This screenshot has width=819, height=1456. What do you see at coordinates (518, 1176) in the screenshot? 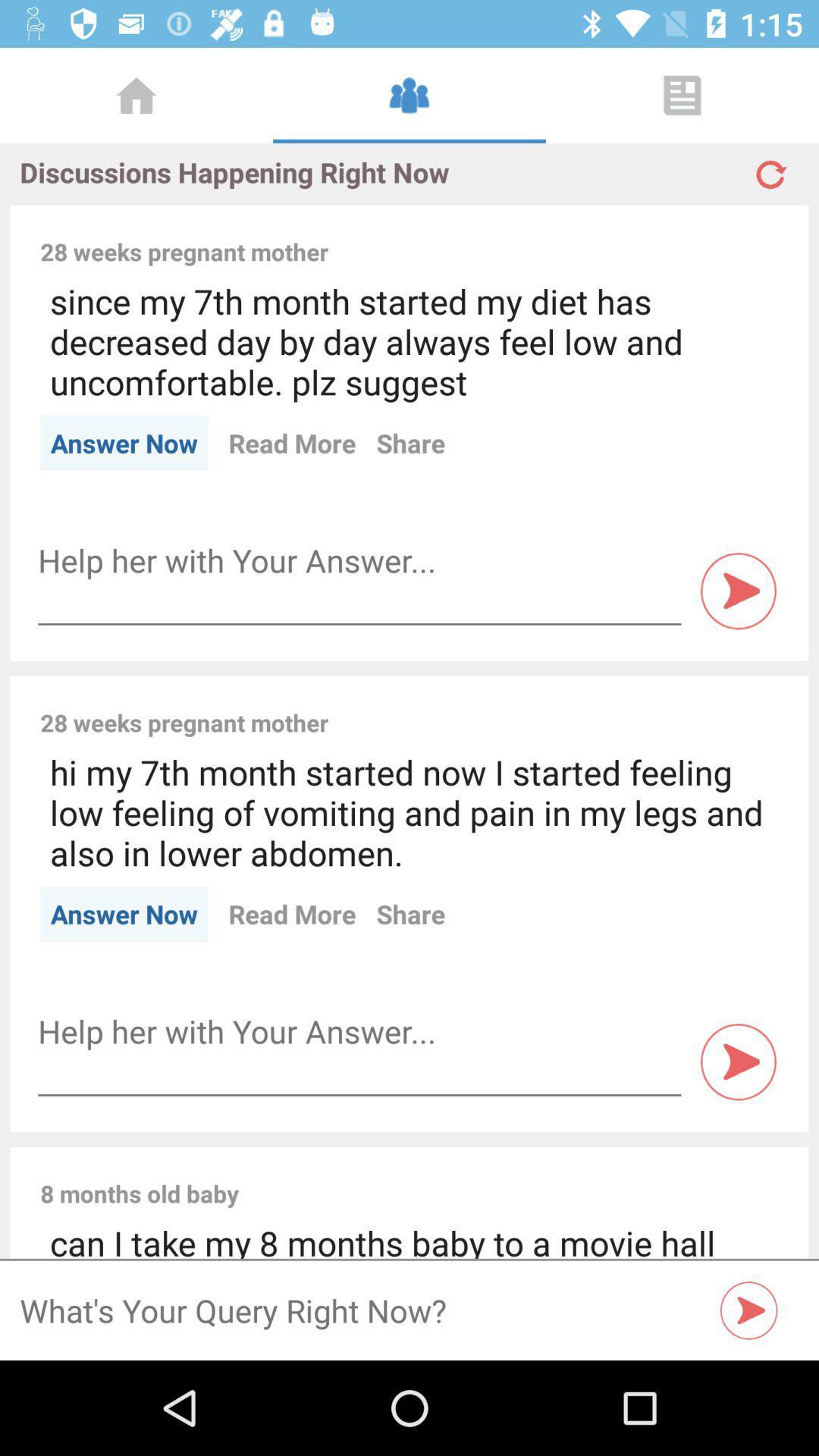
I see `the item above the can i take` at bounding box center [518, 1176].